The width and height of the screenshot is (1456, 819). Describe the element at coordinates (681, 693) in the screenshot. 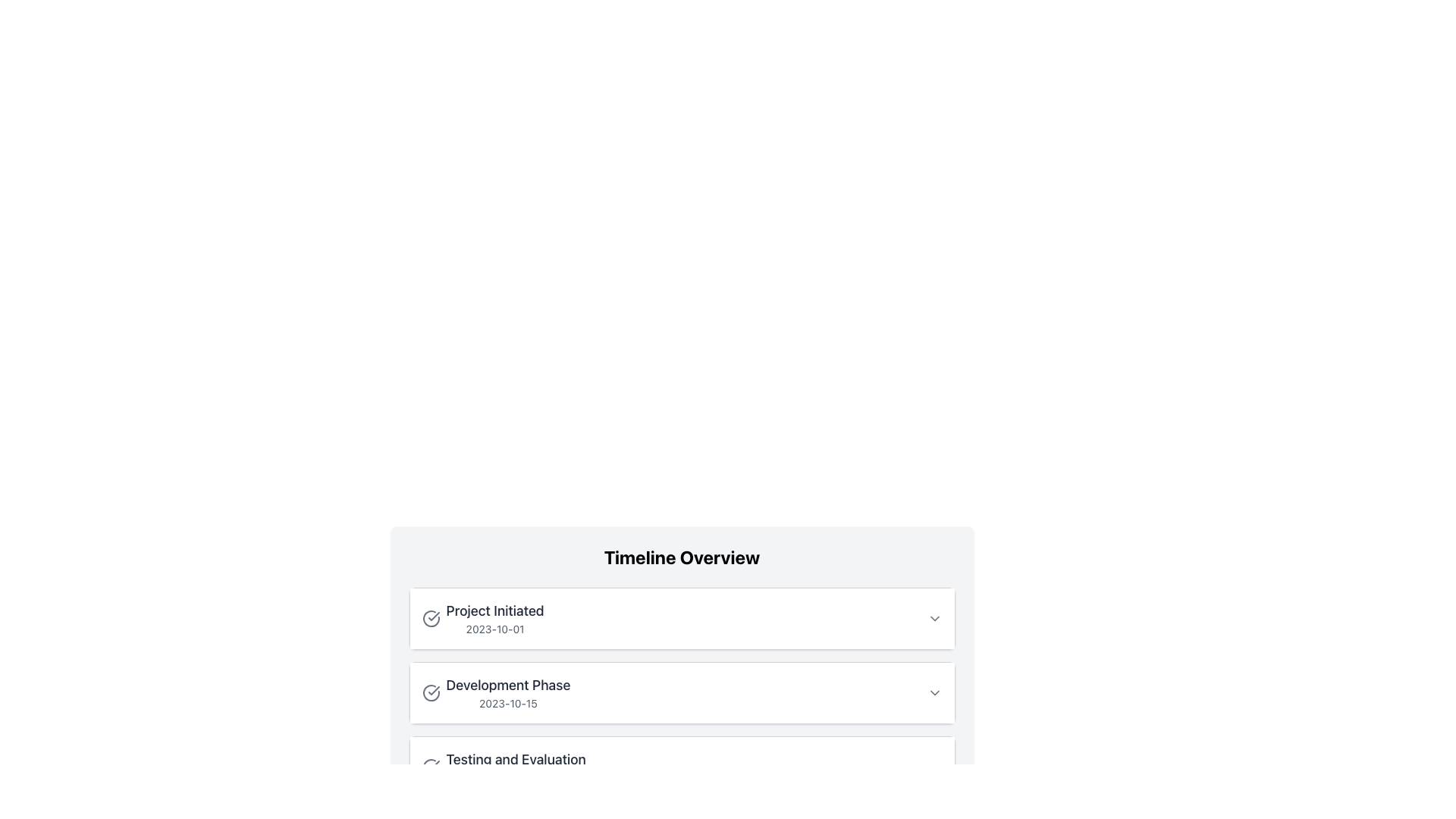

I see `the second item in the timeline view, which represents a milestone in the 'Development Phase'` at that location.